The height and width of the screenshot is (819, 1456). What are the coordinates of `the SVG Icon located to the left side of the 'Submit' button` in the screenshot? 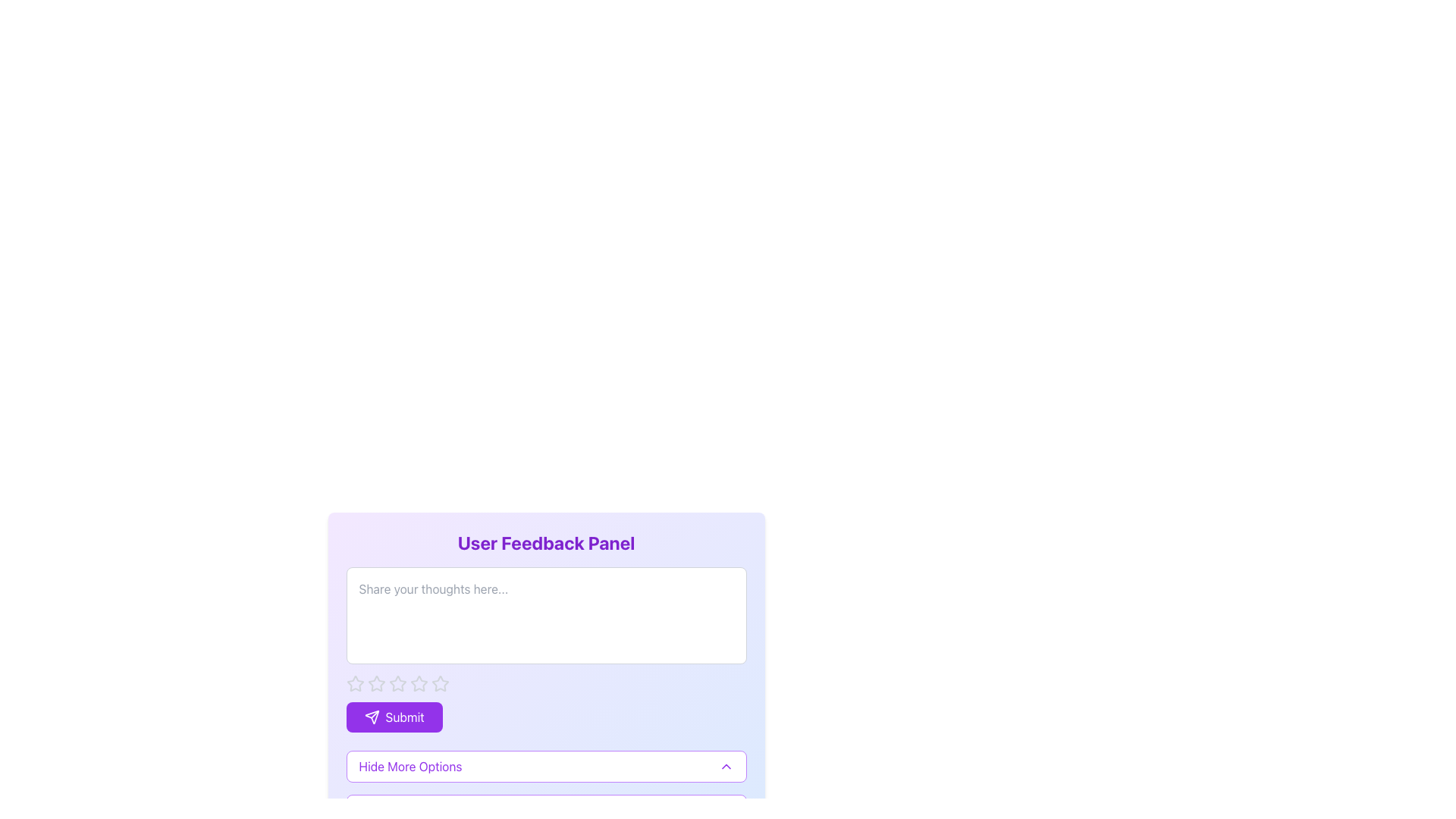 It's located at (372, 717).